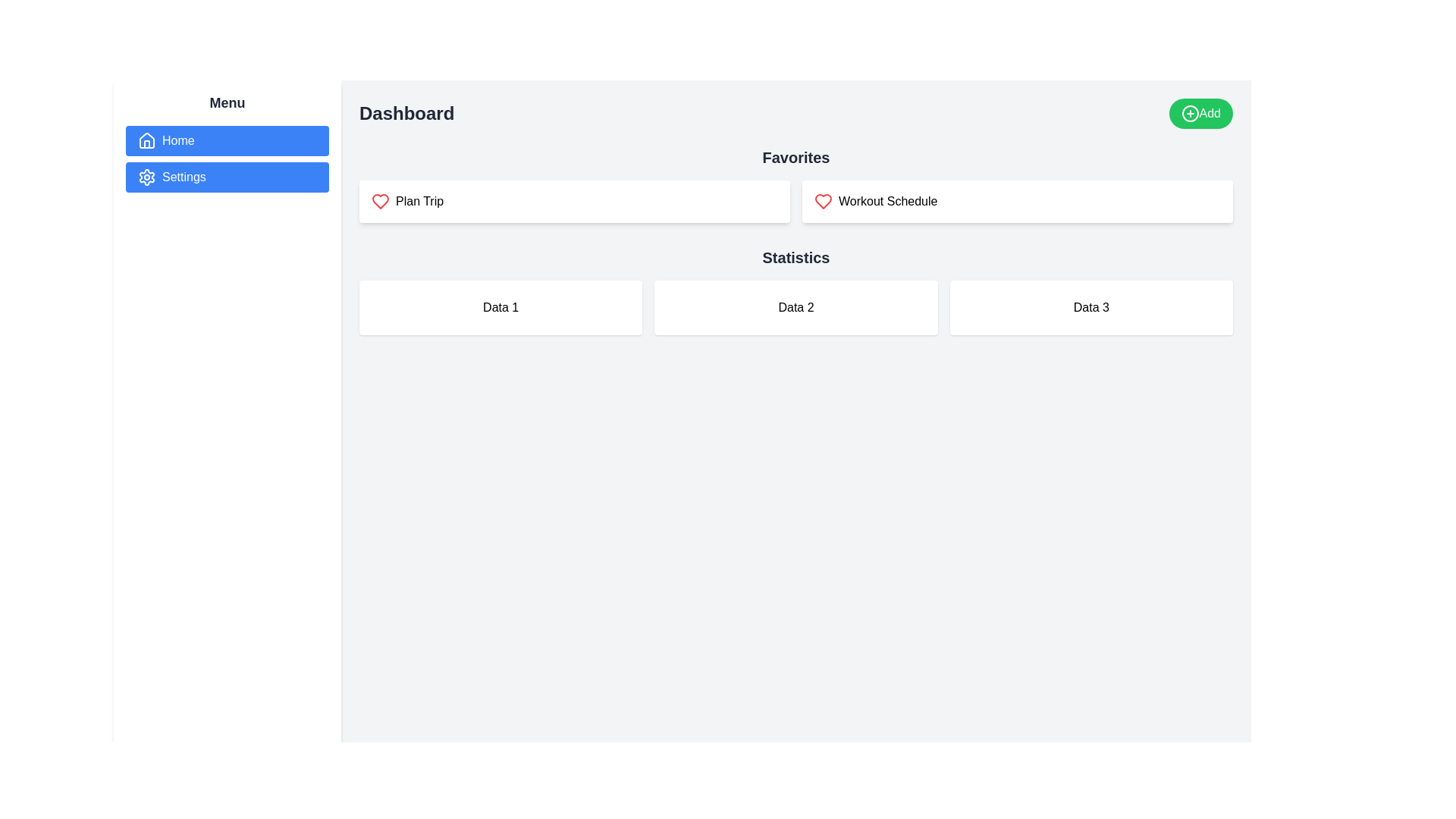 The image size is (1456, 819). Describe the element at coordinates (146, 177) in the screenshot. I see `the red gear-shaped icon located next to the 'Settings' label in the left navigation menu using keyboard navigation` at that location.